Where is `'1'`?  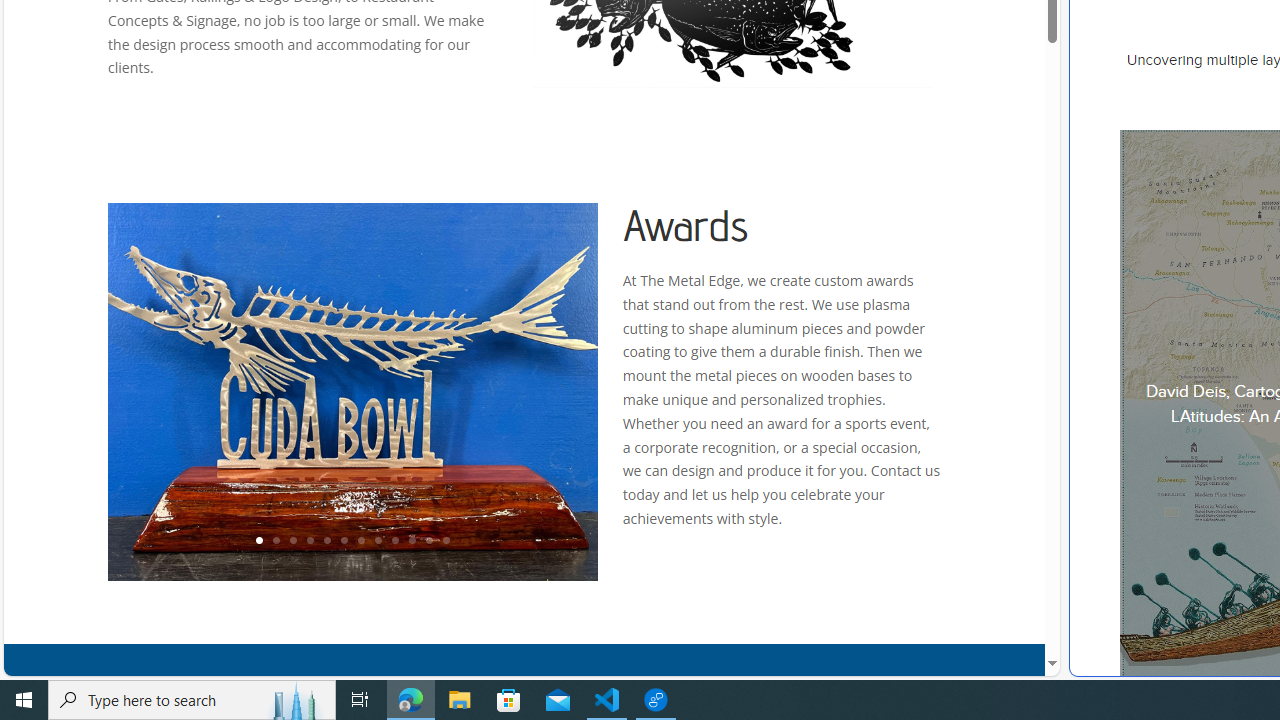 '1' is located at coordinates (257, 541).